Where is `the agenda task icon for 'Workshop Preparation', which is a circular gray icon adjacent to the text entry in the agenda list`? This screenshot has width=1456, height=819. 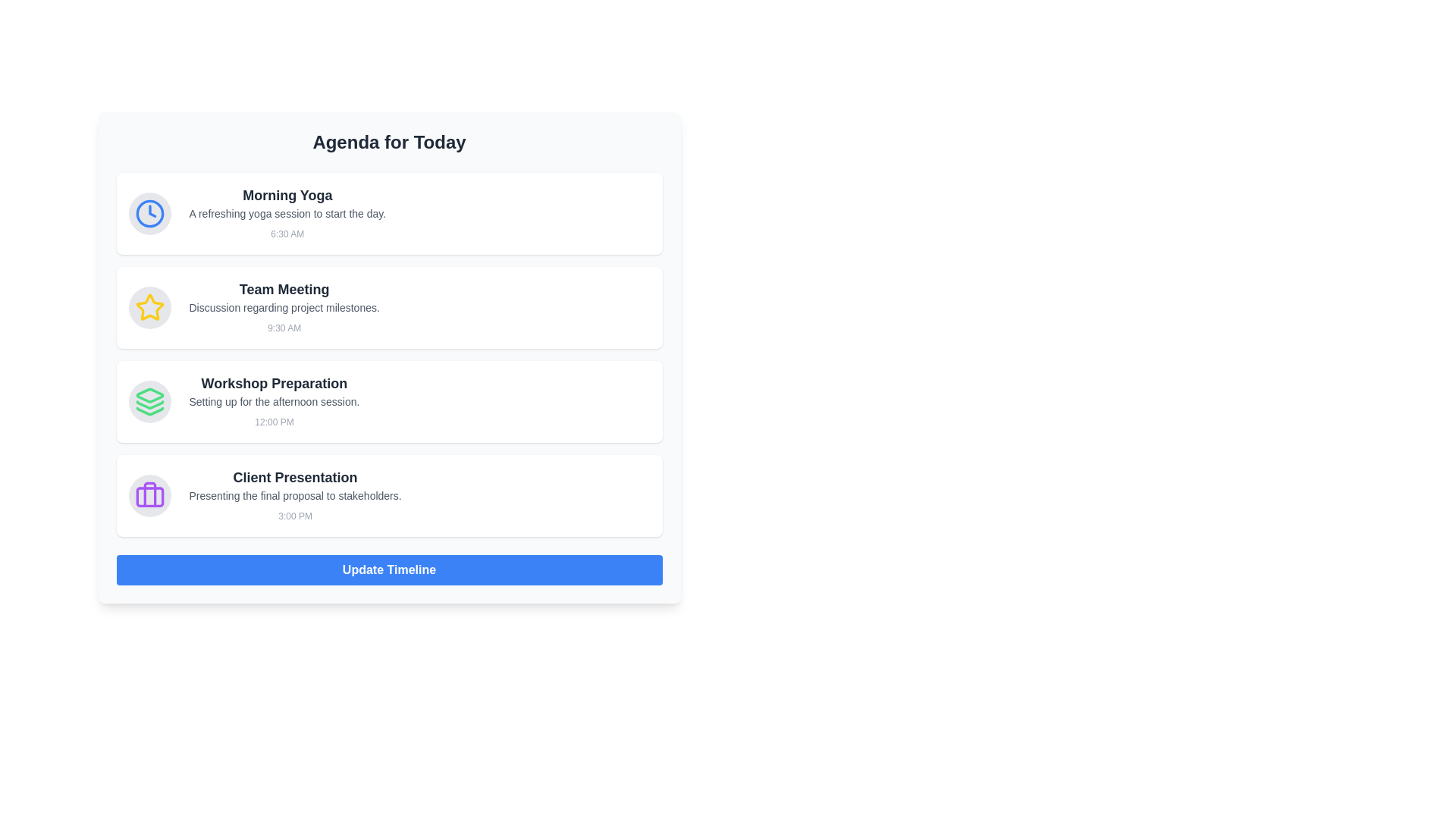 the agenda task icon for 'Workshop Preparation', which is a circular gray icon adjacent to the text entry in the agenda list is located at coordinates (149, 400).